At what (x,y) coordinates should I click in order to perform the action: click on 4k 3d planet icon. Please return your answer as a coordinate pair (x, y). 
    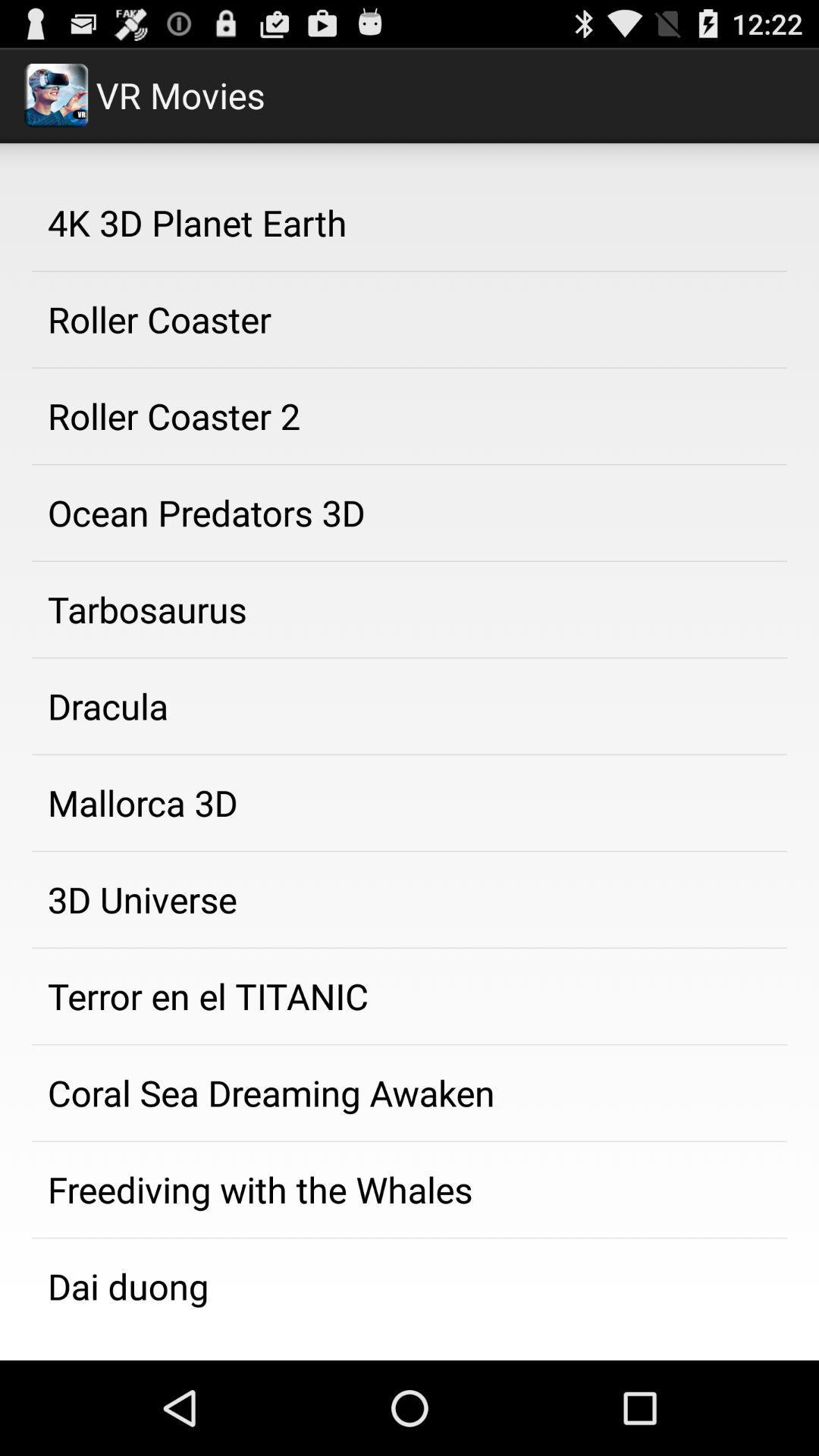
    Looking at the image, I should click on (409, 221).